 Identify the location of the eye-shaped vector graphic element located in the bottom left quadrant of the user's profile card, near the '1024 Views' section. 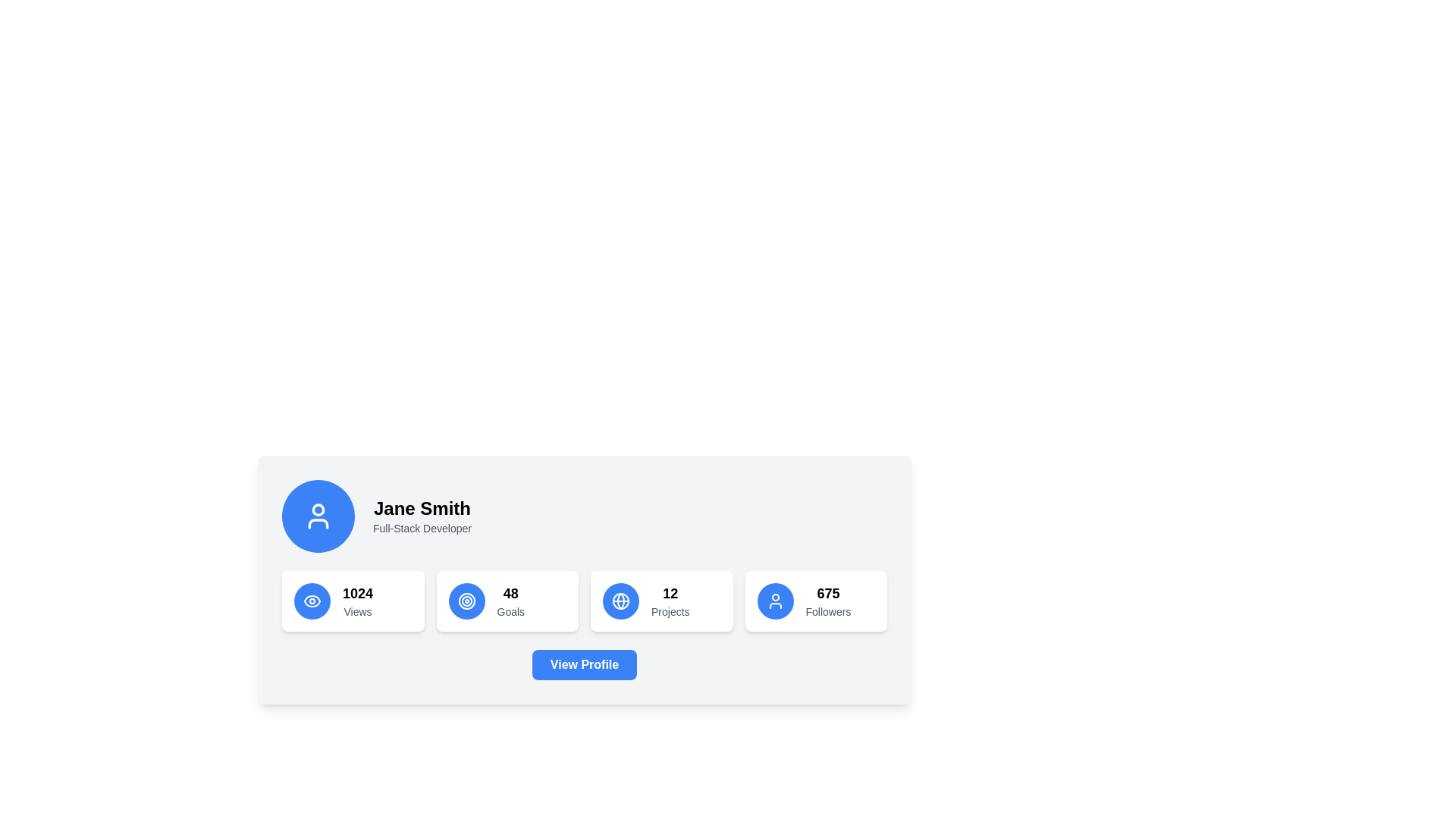
(312, 601).